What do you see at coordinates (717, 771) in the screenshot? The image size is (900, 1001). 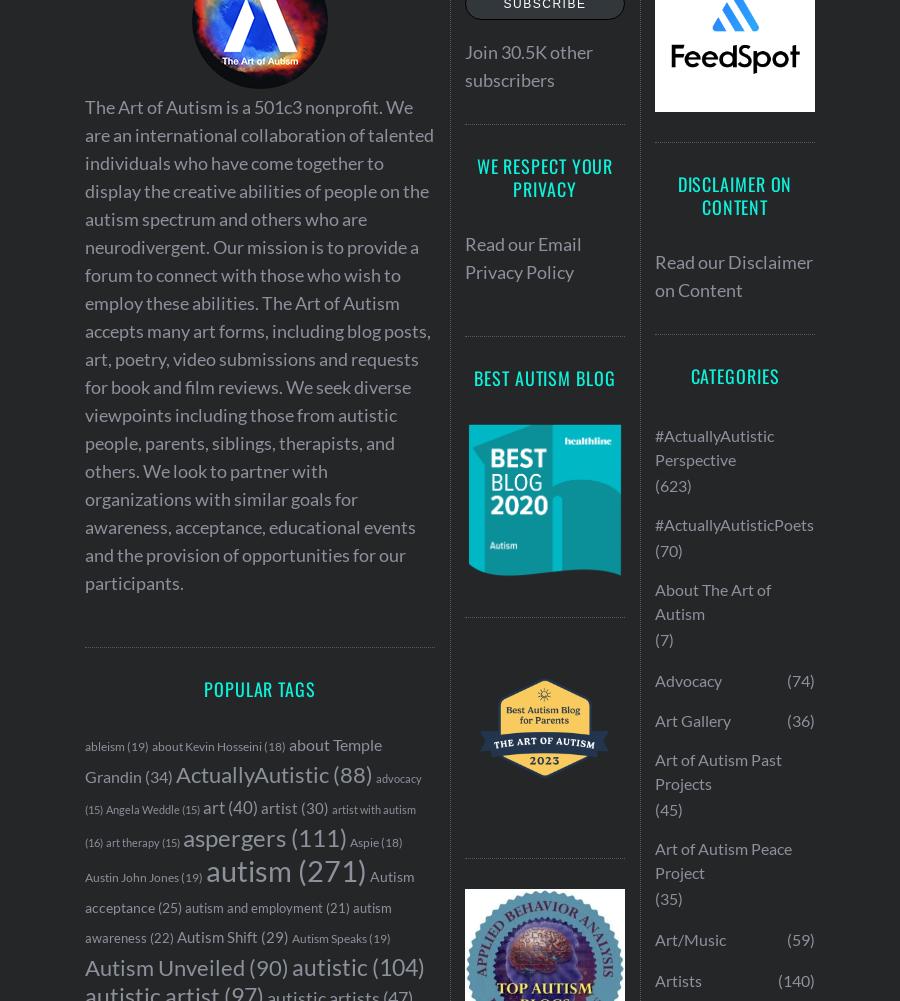 I see `'Art of Autism Past Projects'` at bounding box center [717, 771].